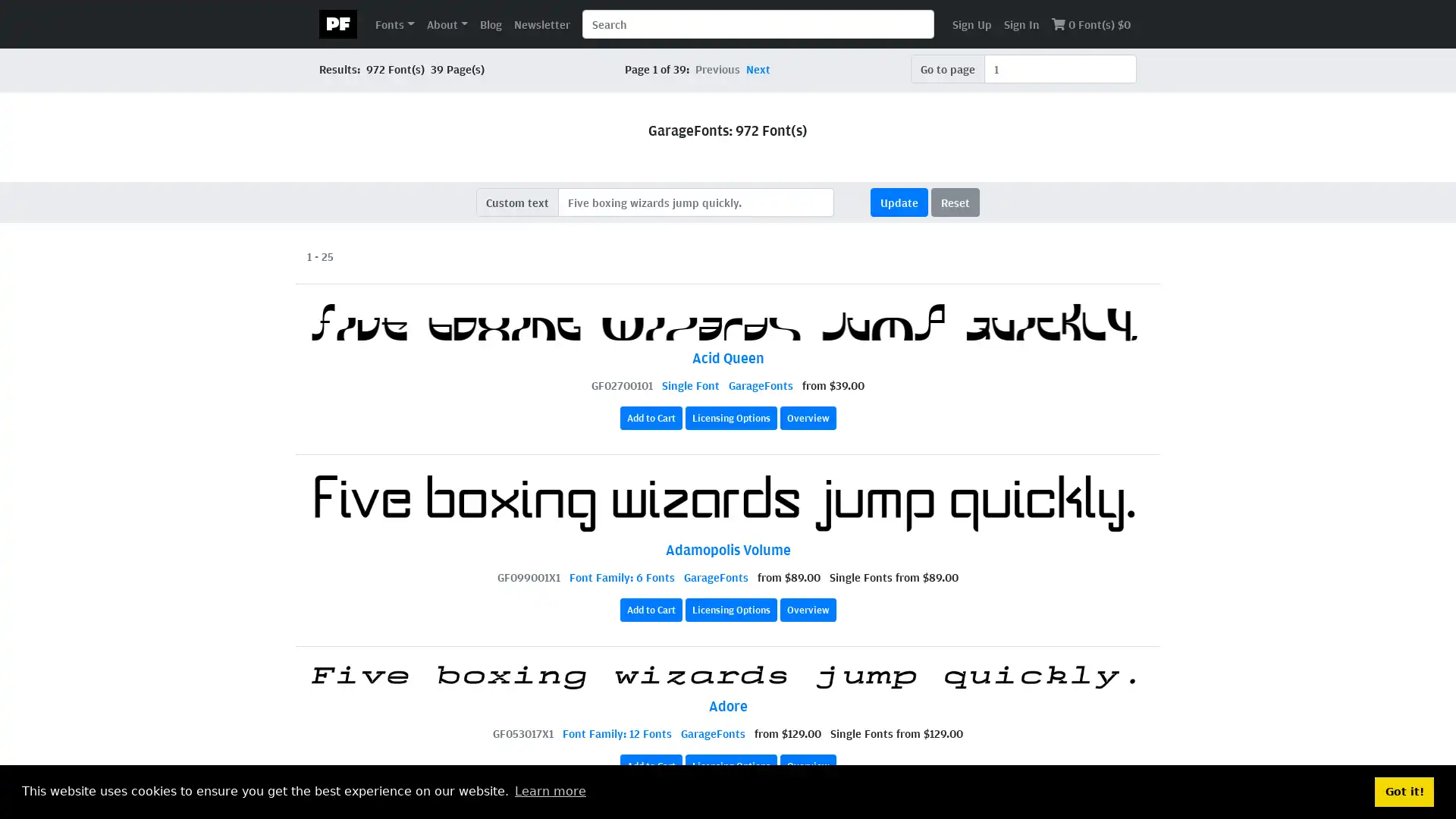 The image size is (1456, 819). I want to click on About, so click(446, 23).